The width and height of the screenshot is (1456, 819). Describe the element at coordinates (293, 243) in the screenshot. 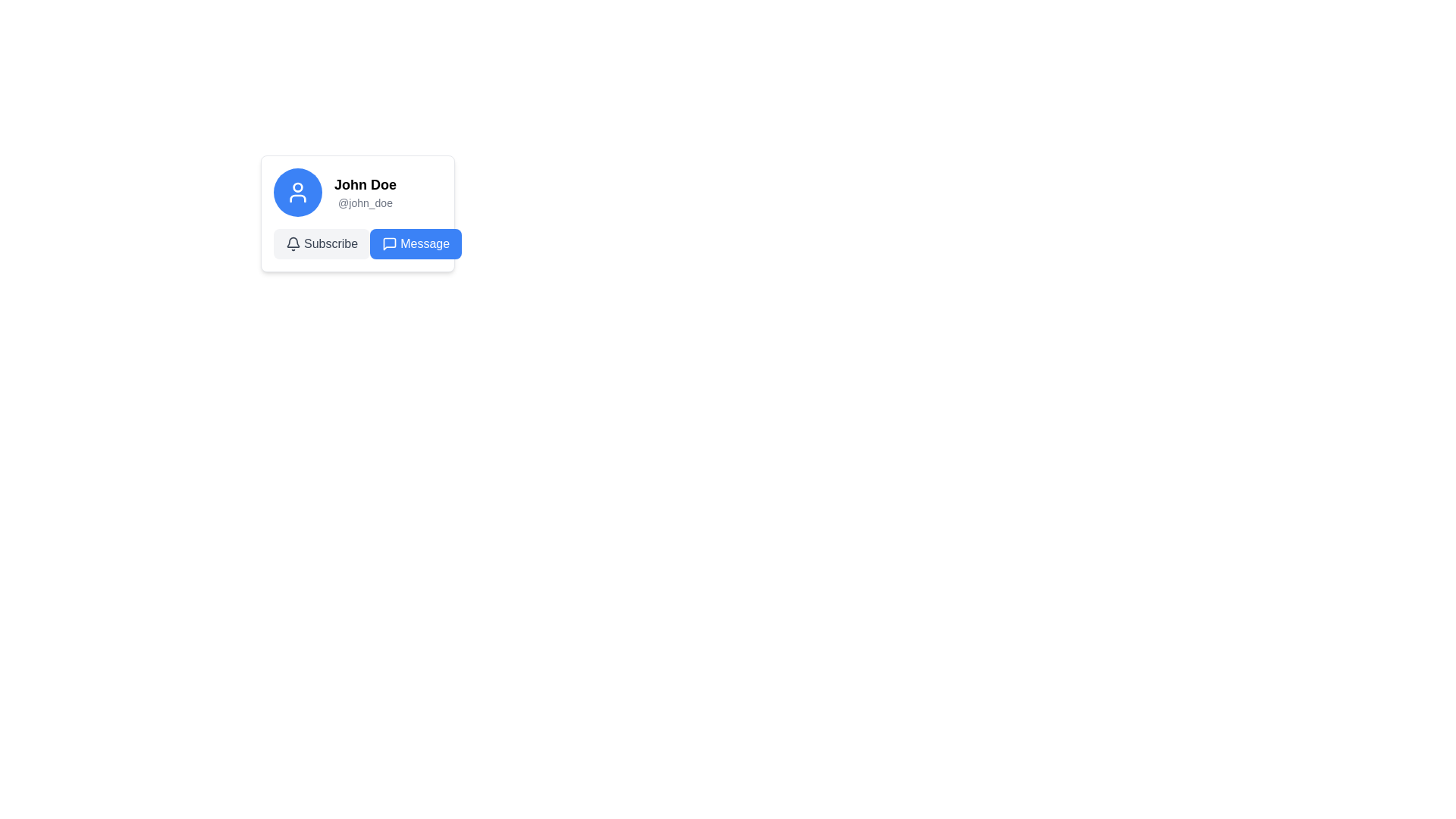

I see `the notification icon located to the left of the 'Subscribe' text in the bottom-left corner of the user card` at that location.